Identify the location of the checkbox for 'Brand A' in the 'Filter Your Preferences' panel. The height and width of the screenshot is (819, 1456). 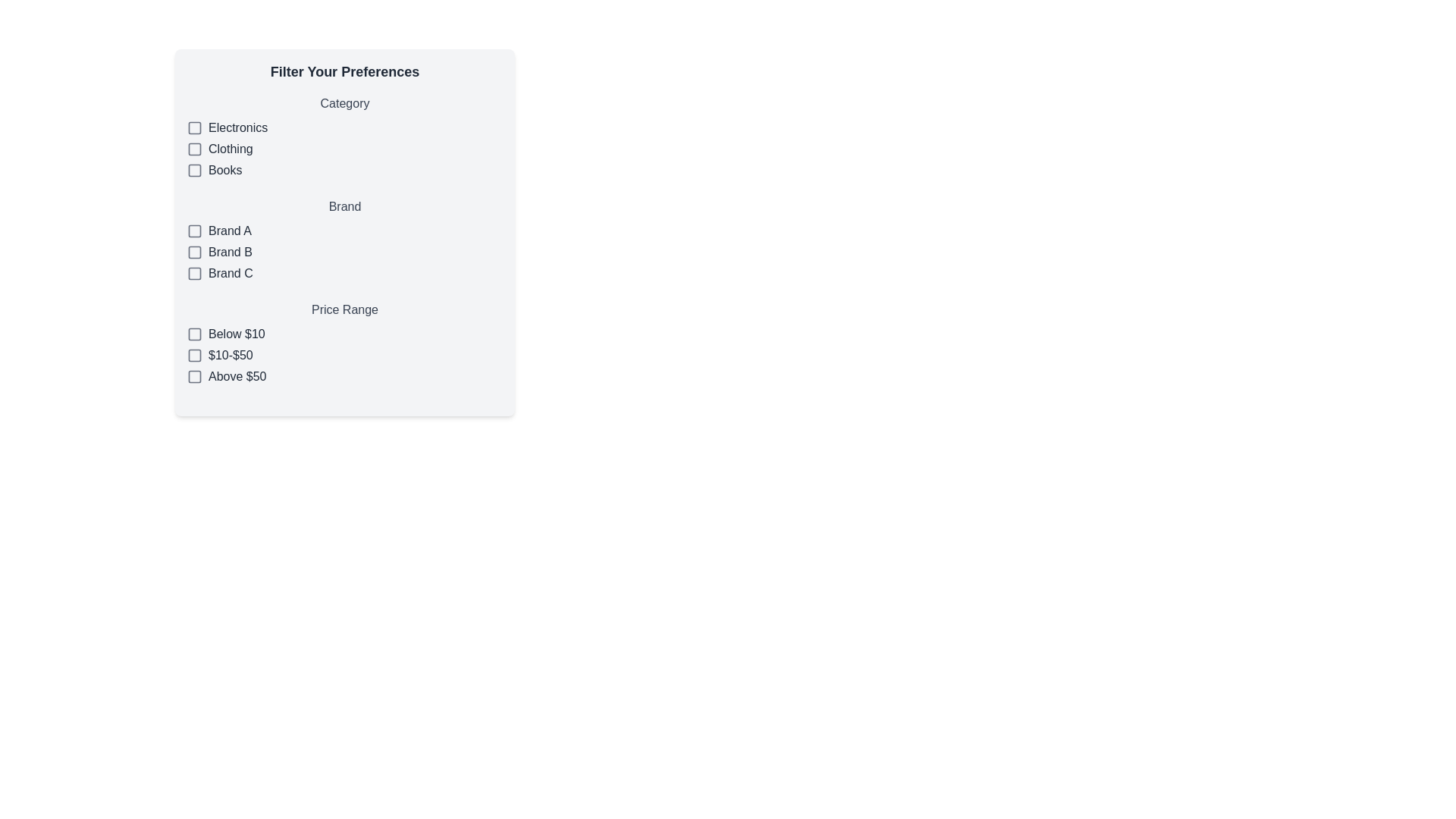
(194, 231).